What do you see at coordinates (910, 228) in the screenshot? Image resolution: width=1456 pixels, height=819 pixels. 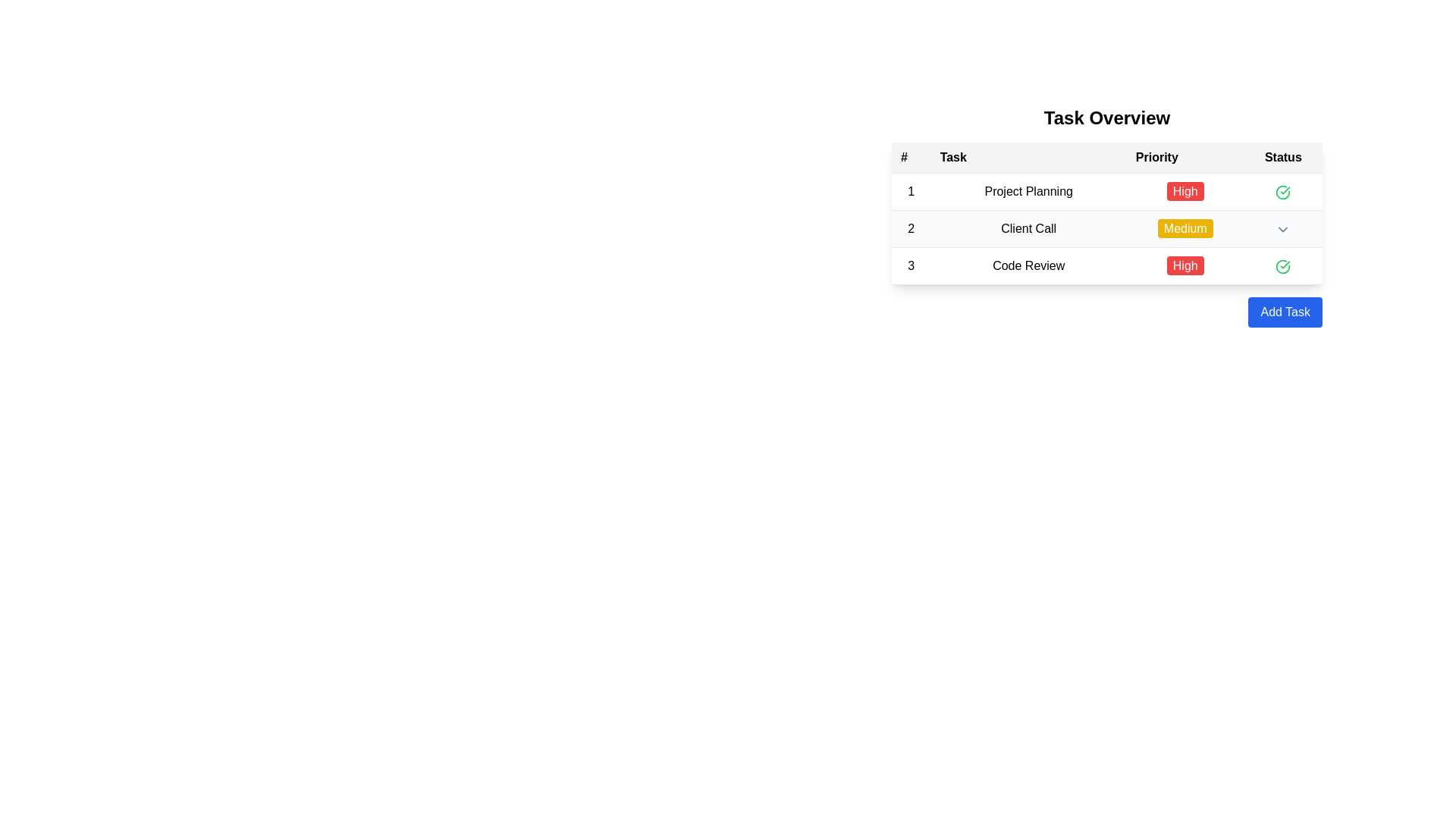 I see `the text label that serves as the row identifier in the second row of a table under the column labeled '#'` at bounding box center [910, 228].